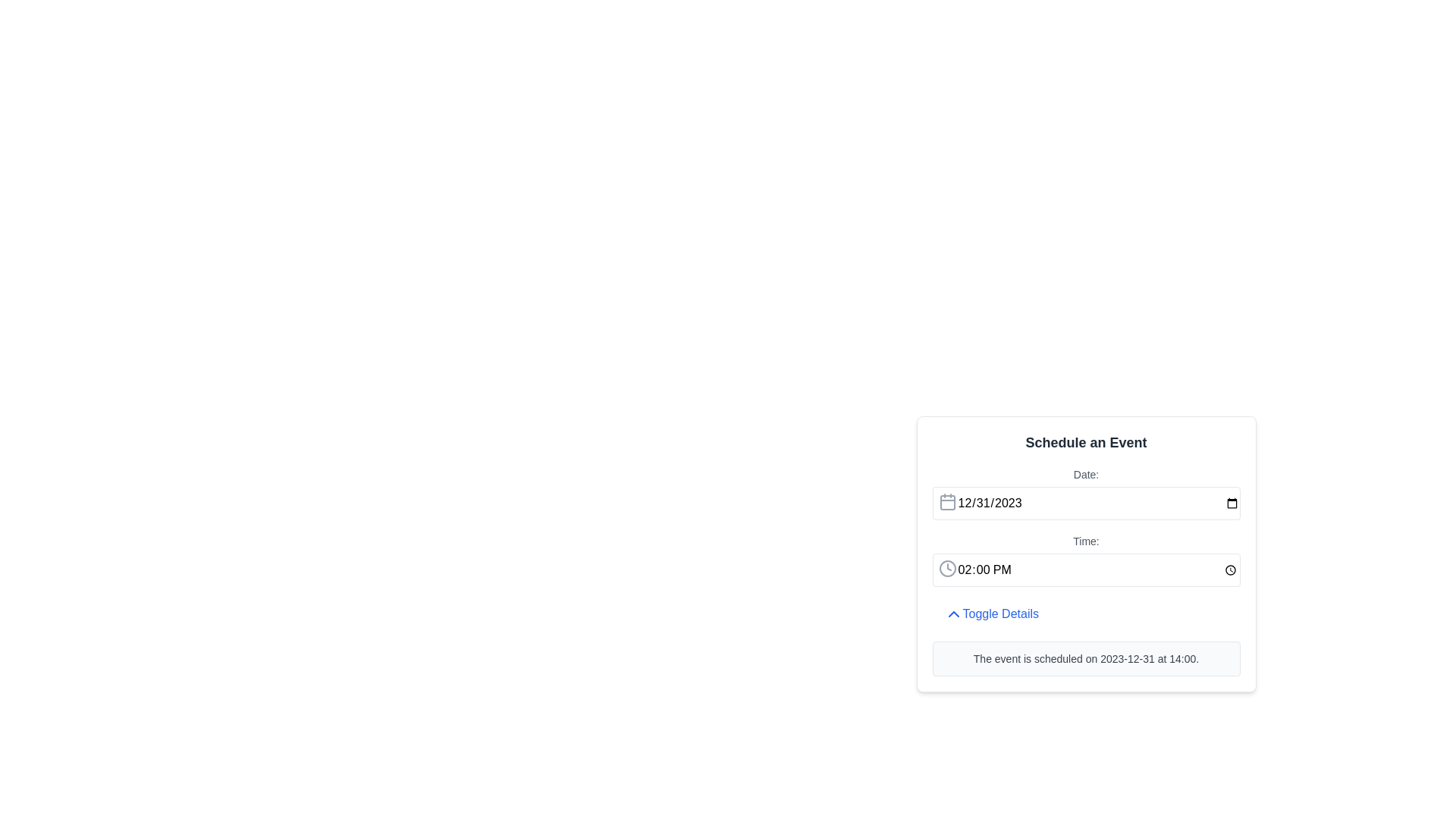 The height and width of the screenshot is (819, 1456). Describe the element at coordinates (946, 568) in the screenshot. I see `the clock icon located to the left of the displayed time value ('02:00 PM') within the time input field, which is styled with a gray outline on a white background` at that location.